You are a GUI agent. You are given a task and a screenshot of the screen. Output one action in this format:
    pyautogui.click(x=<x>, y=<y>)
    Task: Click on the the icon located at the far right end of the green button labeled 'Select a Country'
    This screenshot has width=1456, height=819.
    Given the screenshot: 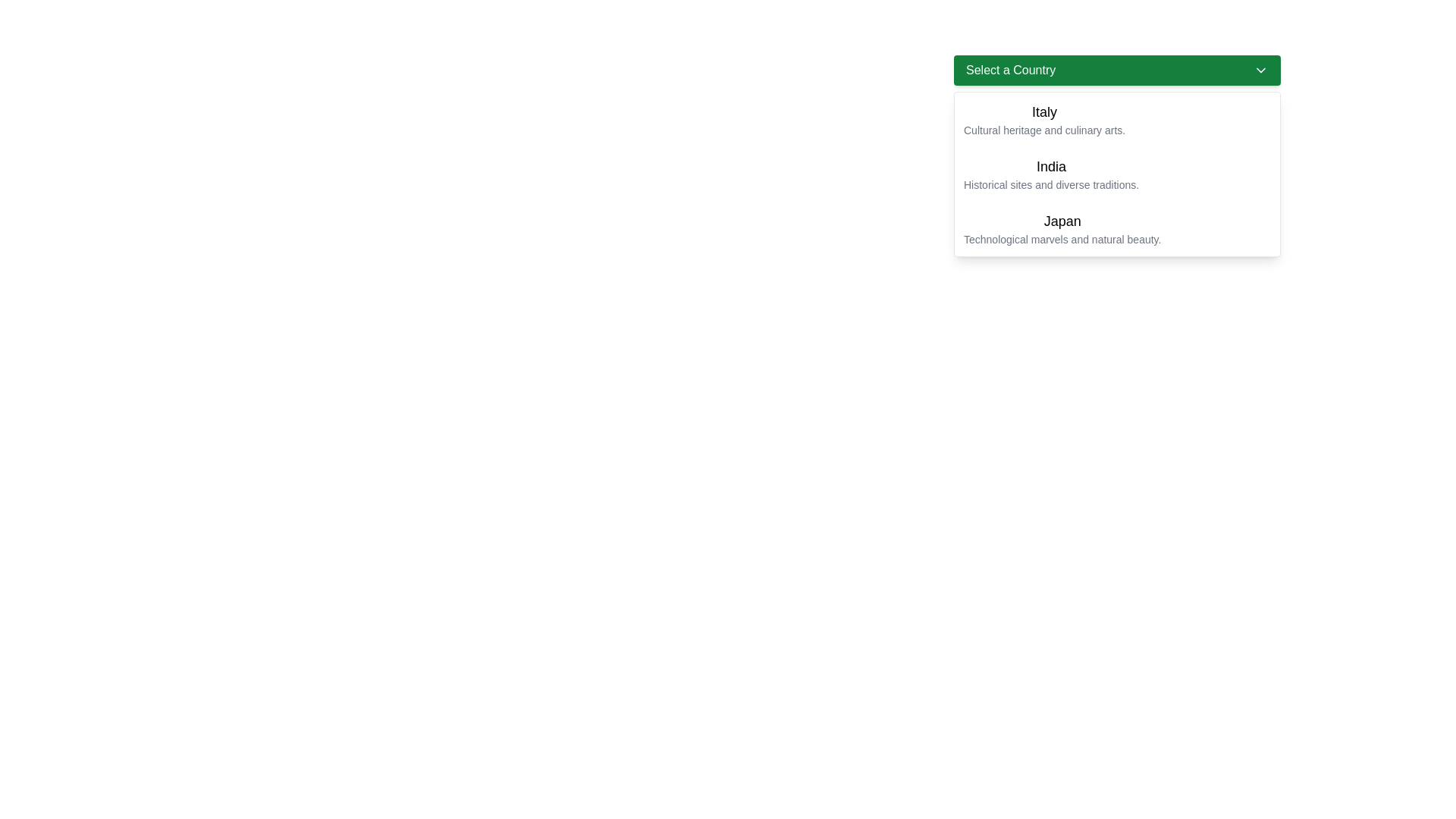 What is the action you would take?
    pyautogui.click(x=1260, y=70)
    